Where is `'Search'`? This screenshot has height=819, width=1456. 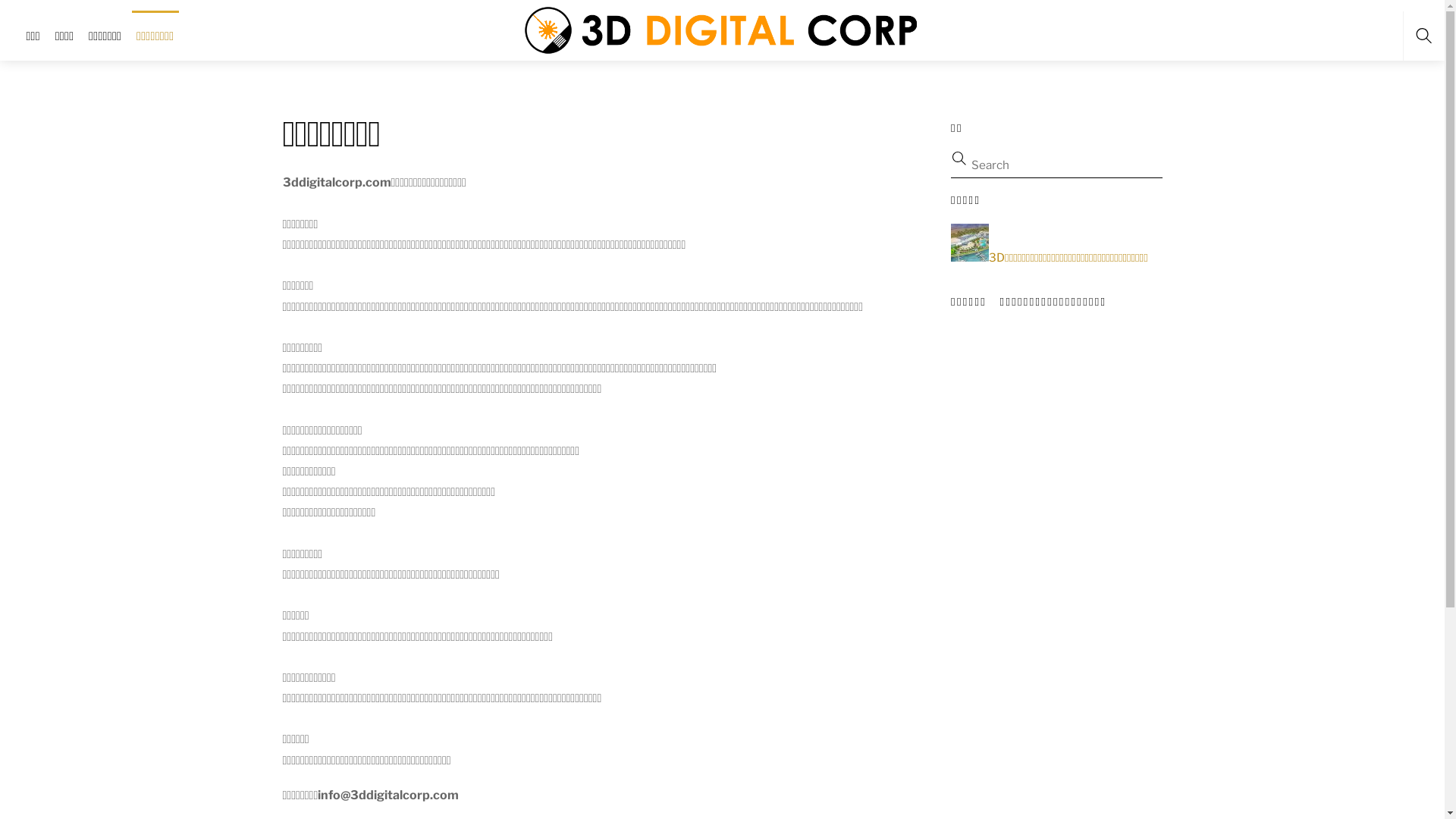
'Search' is located at coordinates (1048, 165).